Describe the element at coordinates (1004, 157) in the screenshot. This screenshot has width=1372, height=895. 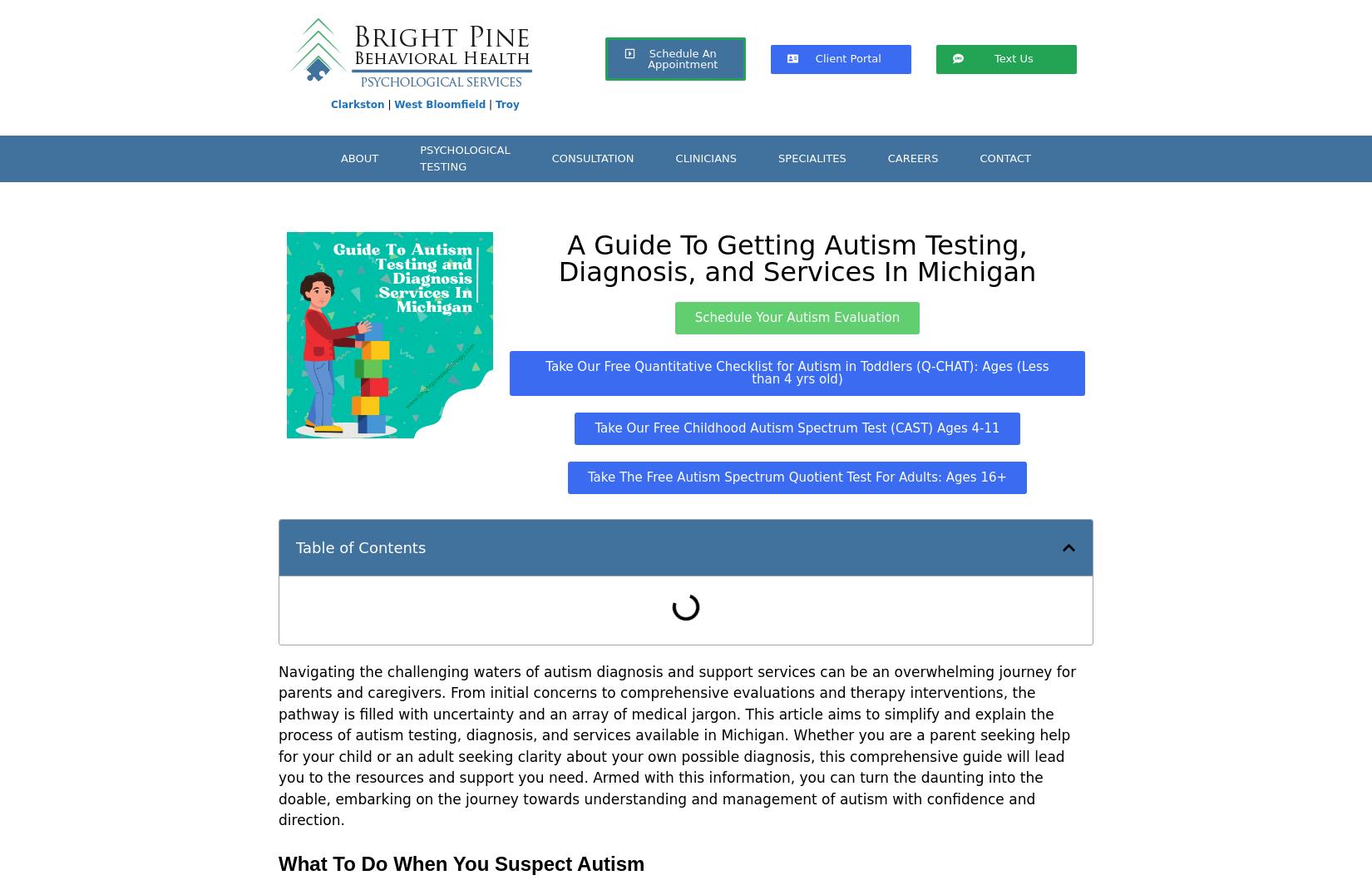
I see `'CONTACT'` at that location.